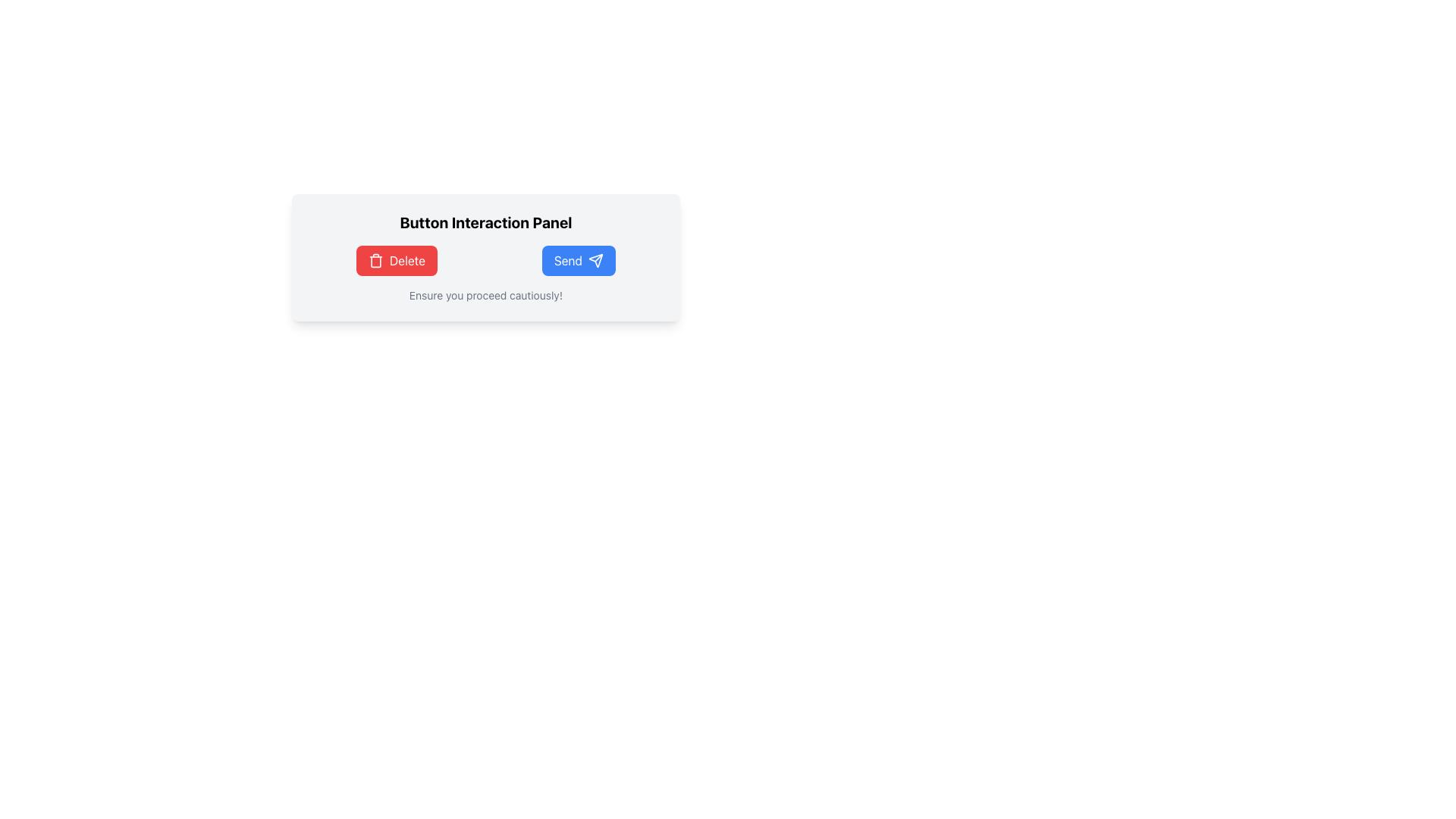 This screenshot has height=819, width=1456. I want to click on the cautionary Text Label located at the bottom of the 'Button Interaction Panel', which is directly below the 'Delete' and 'Send' buttons, so click(486, 295).